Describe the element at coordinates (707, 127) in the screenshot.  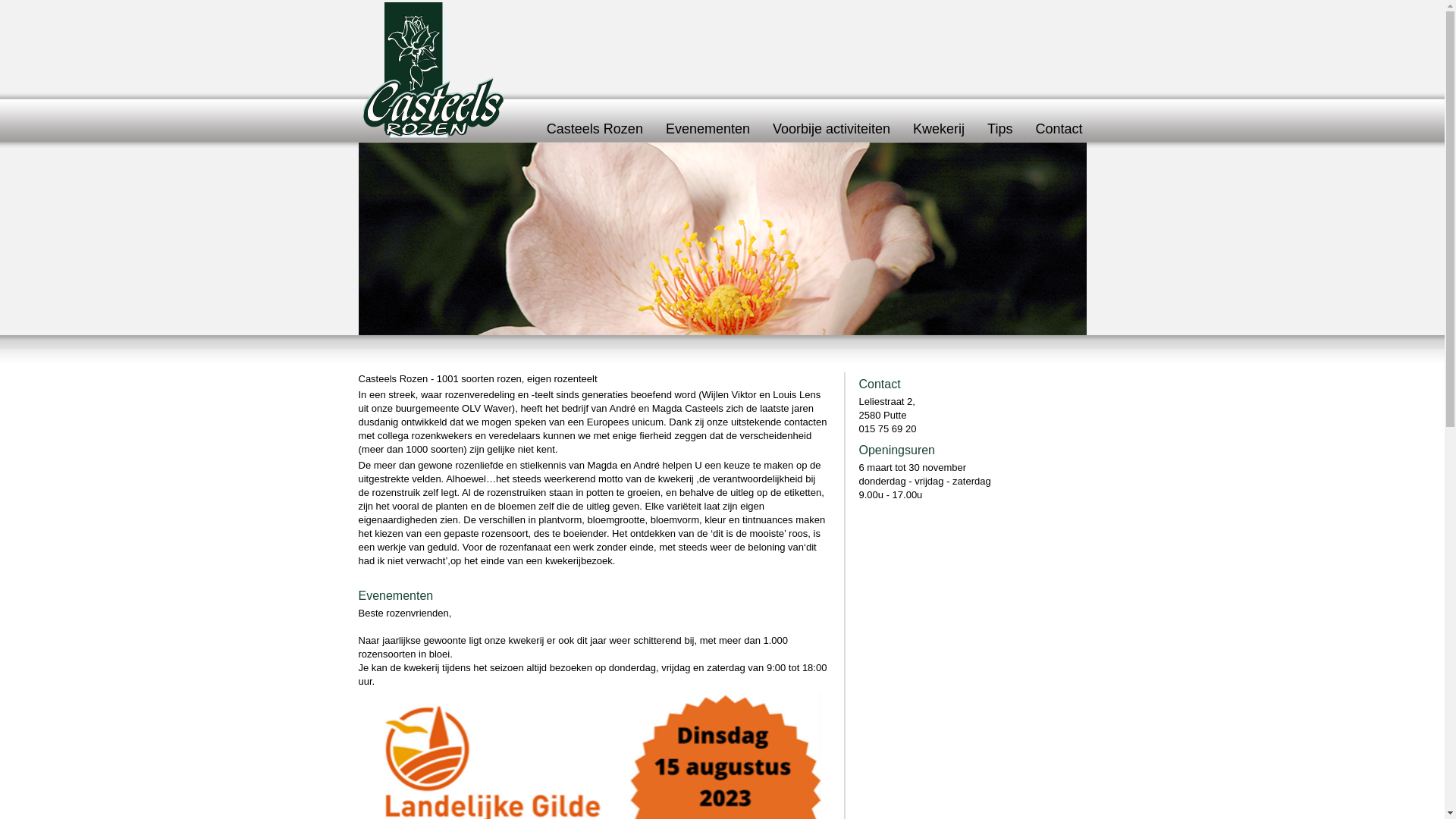
I see `'Evenementen'` at that location.